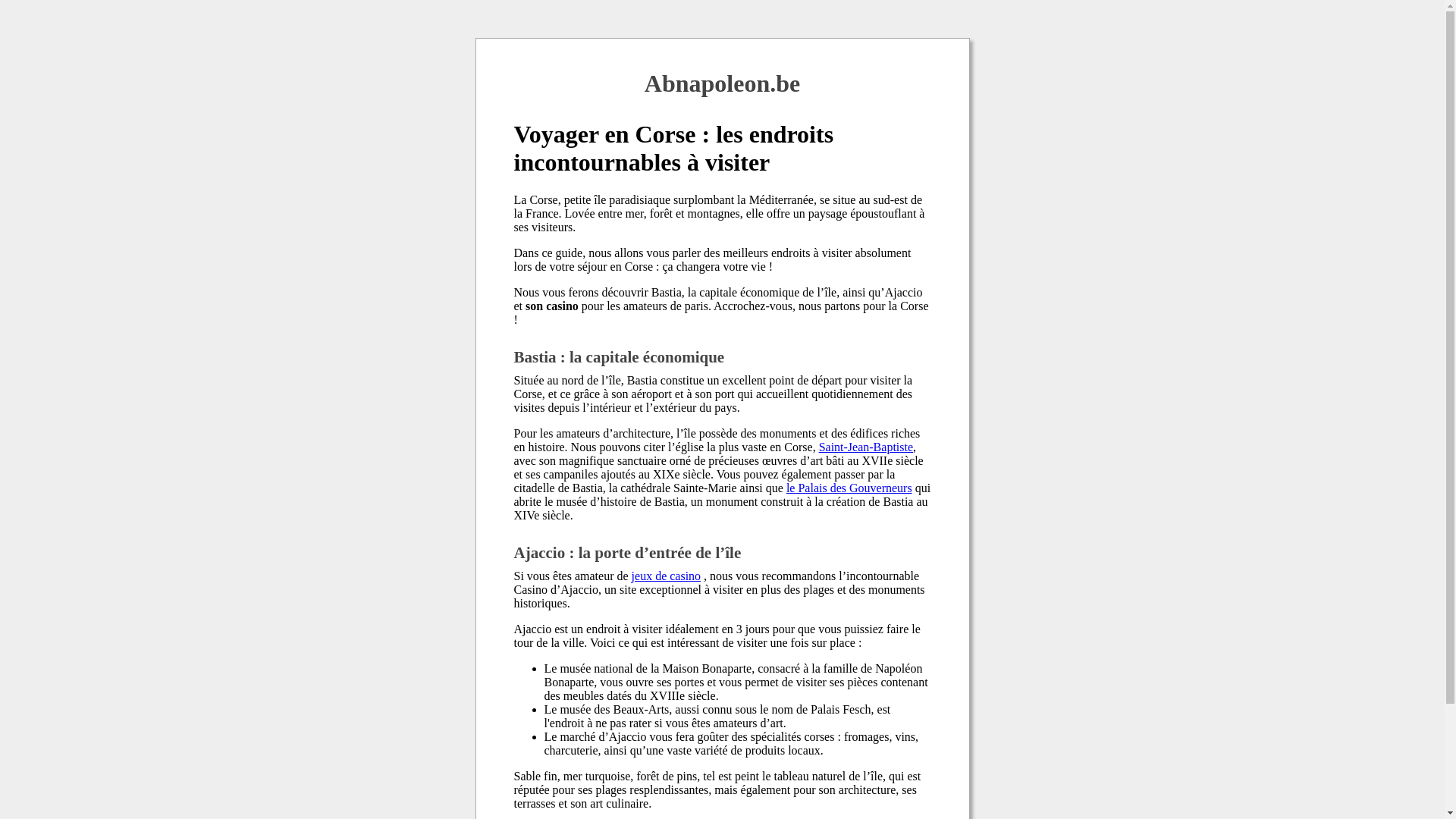 This screenshot has width=1456, height=819. I want to click on 'le Palais des Gouverneurs', so click(848, 488).